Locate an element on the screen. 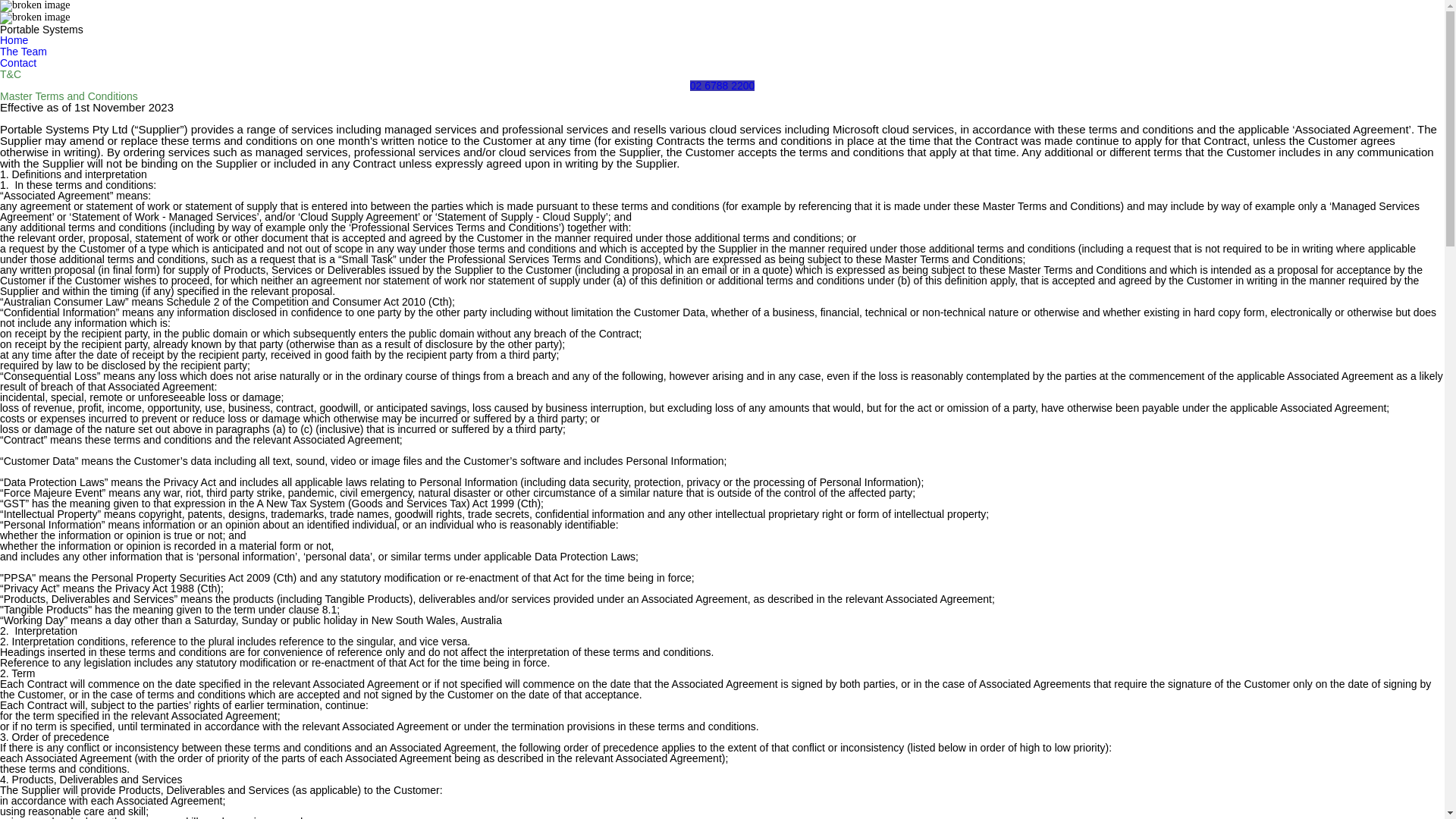 Image resolution: width=1456 pixels, height=819 pixels. 'T&C' is located at coordinates (0, 74).